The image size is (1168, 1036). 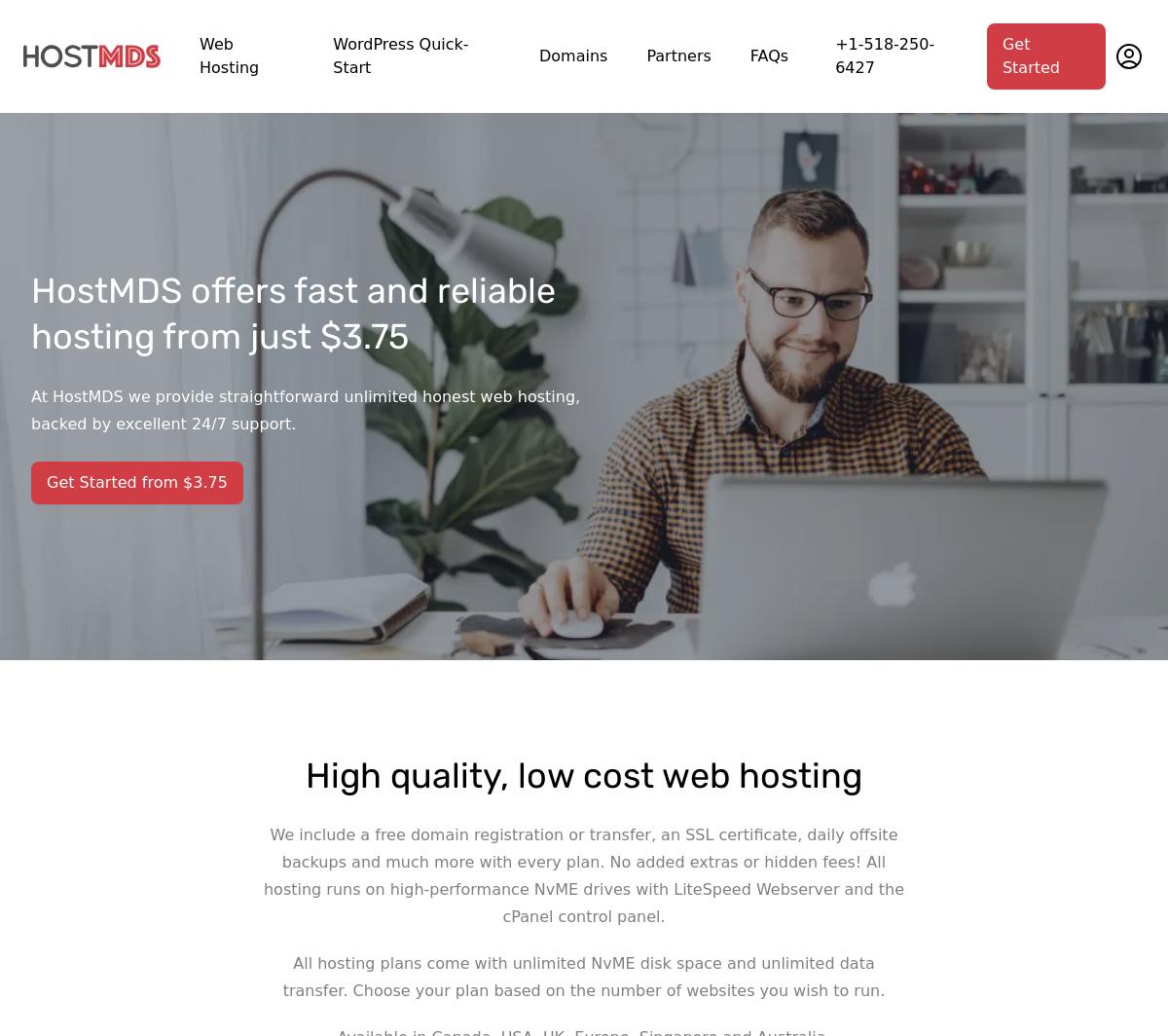 What do you see at coordinates (493, 418) in the screenshot?
I see `'SAFETY AND SECURITY'` at bounding box center [493, 418].